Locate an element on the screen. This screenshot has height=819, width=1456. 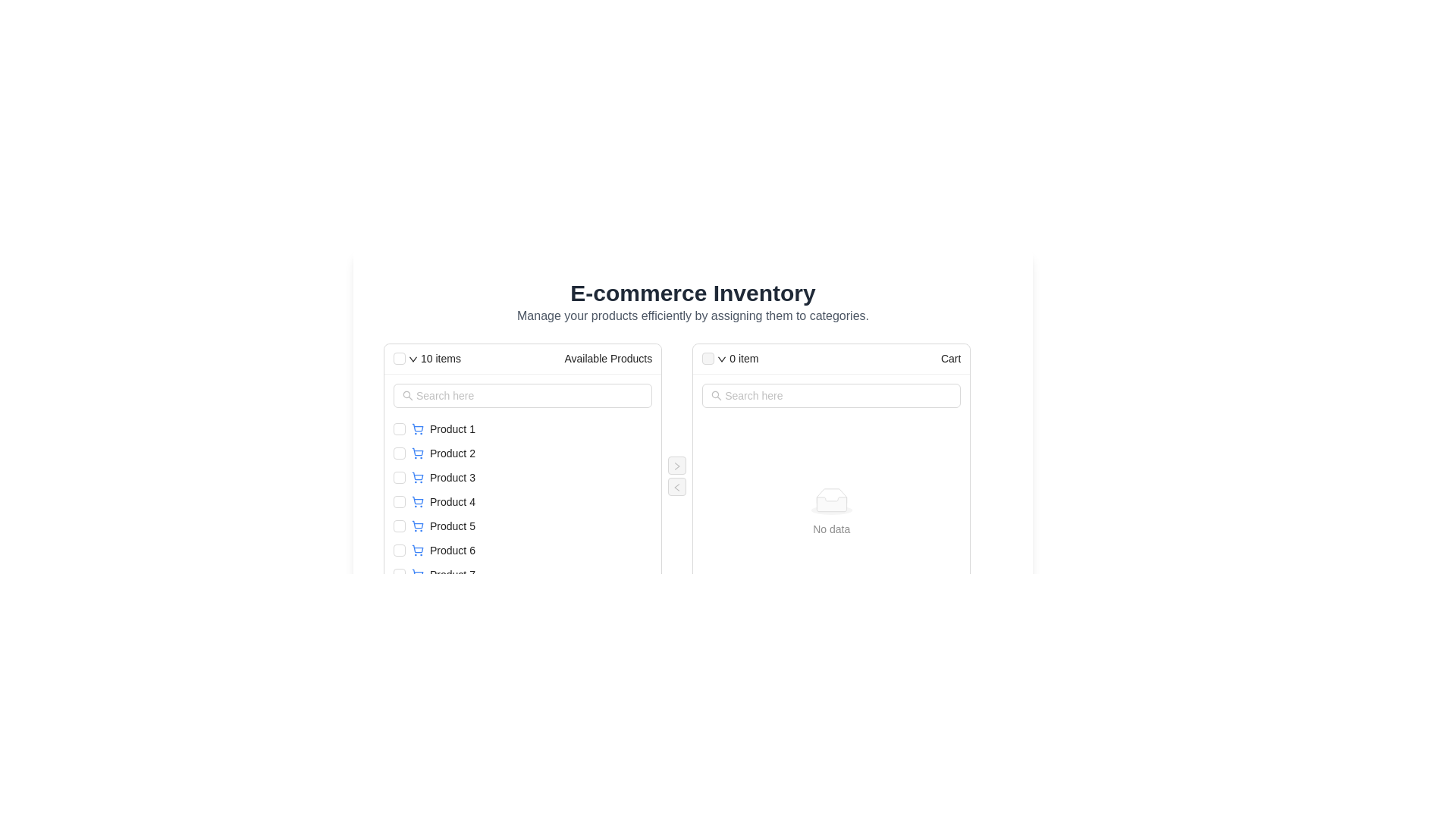
the top transfer button (right-pointing chevron) to transfer items to the right is located at coordinates (676, 475).